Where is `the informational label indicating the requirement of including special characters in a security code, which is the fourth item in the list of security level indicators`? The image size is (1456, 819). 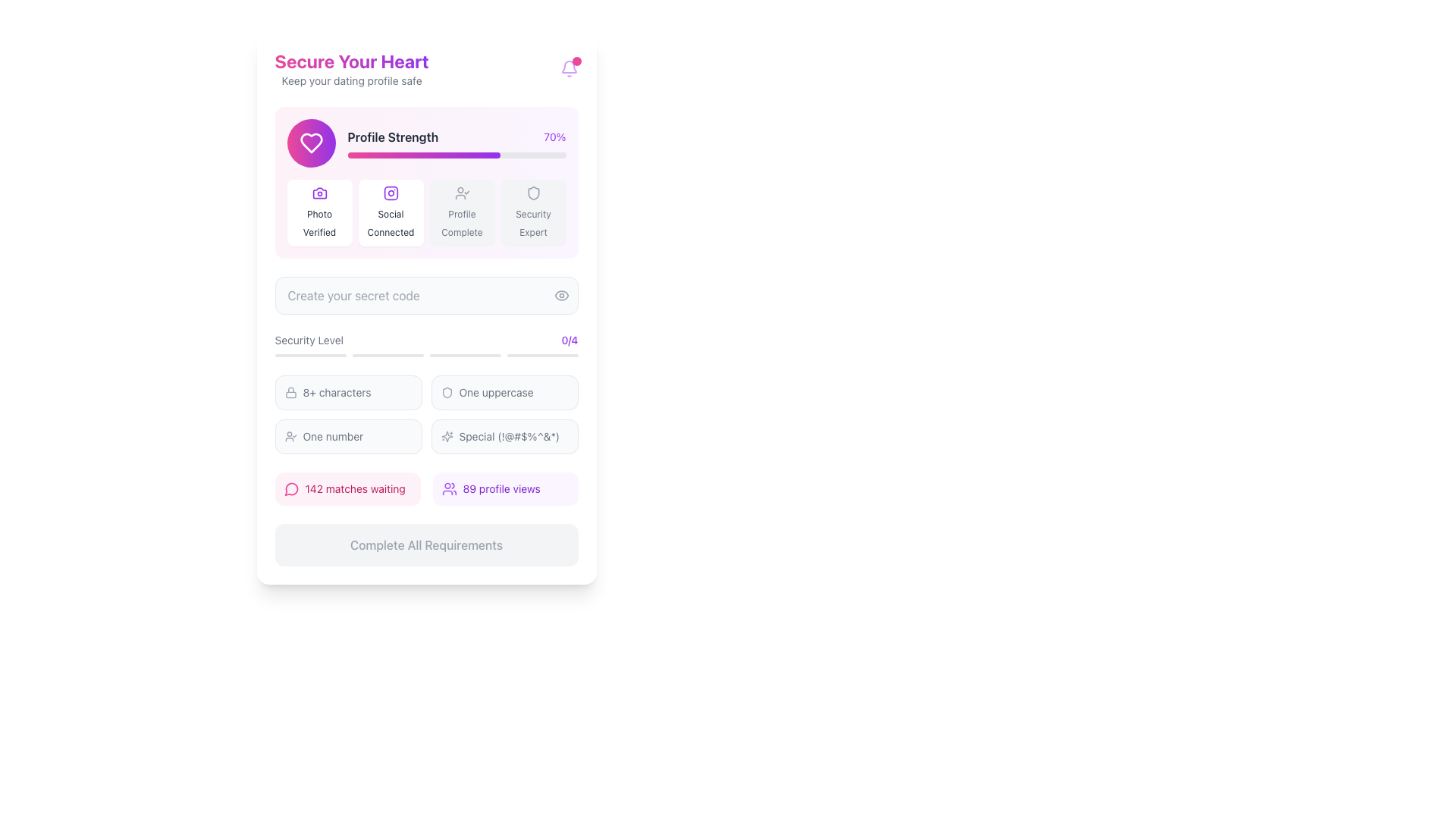
the informational label indicating the requirement of including special characters in a security code, which is the fourth item in the list of security level indicators is located at coordinates (504, 436).